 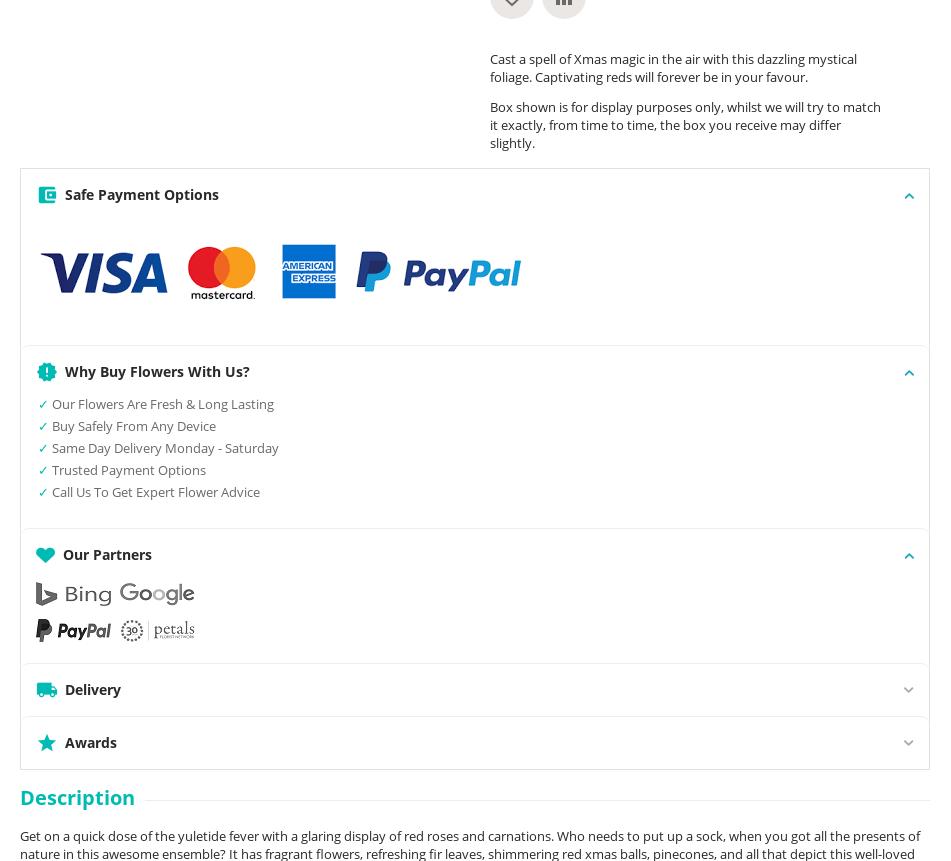 I want to click on 'Description', so click(x=77, y=797).